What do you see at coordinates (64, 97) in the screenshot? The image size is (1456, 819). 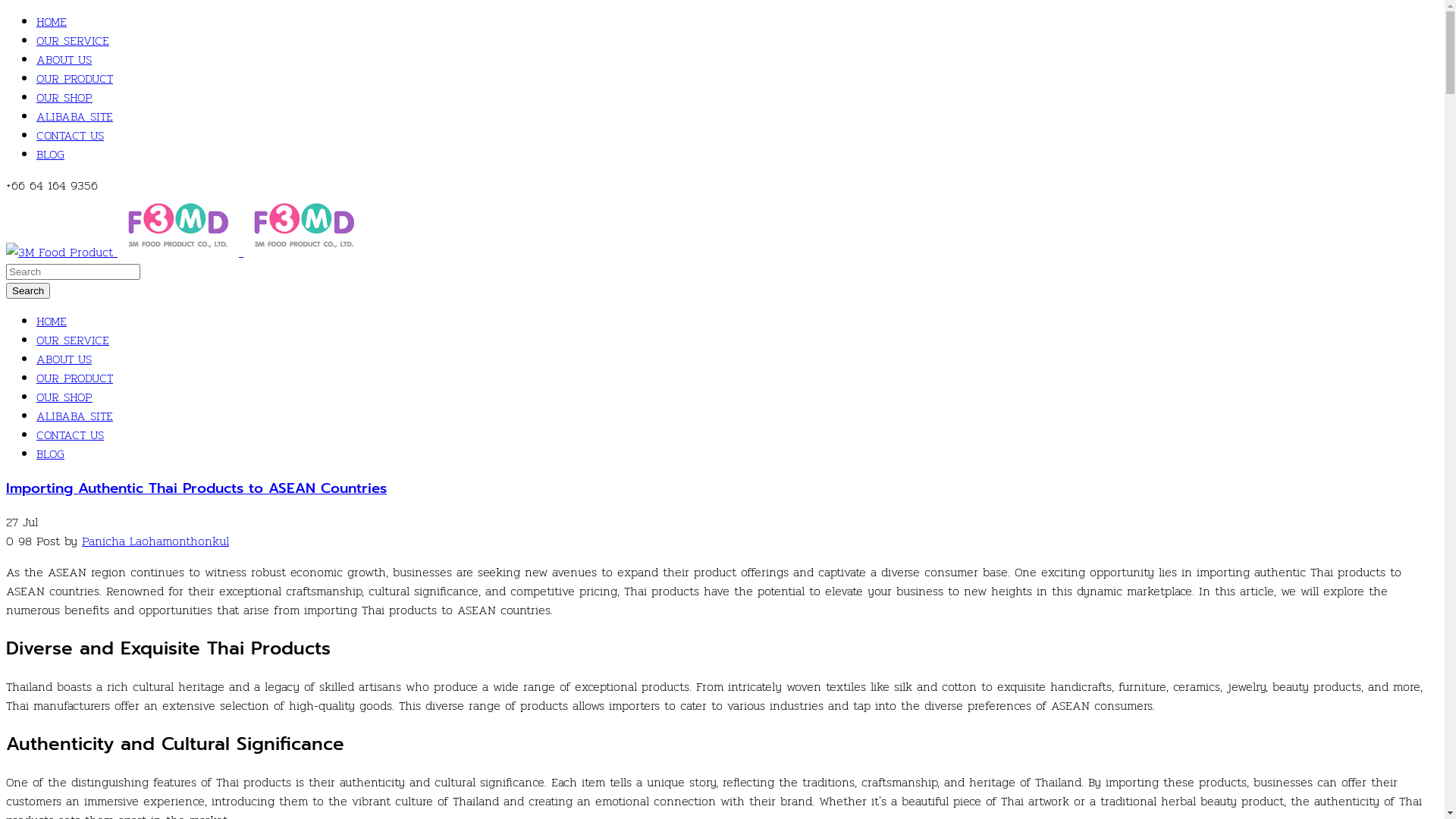 I see `'OUR SHOP'` at bounding box center [64, 97].